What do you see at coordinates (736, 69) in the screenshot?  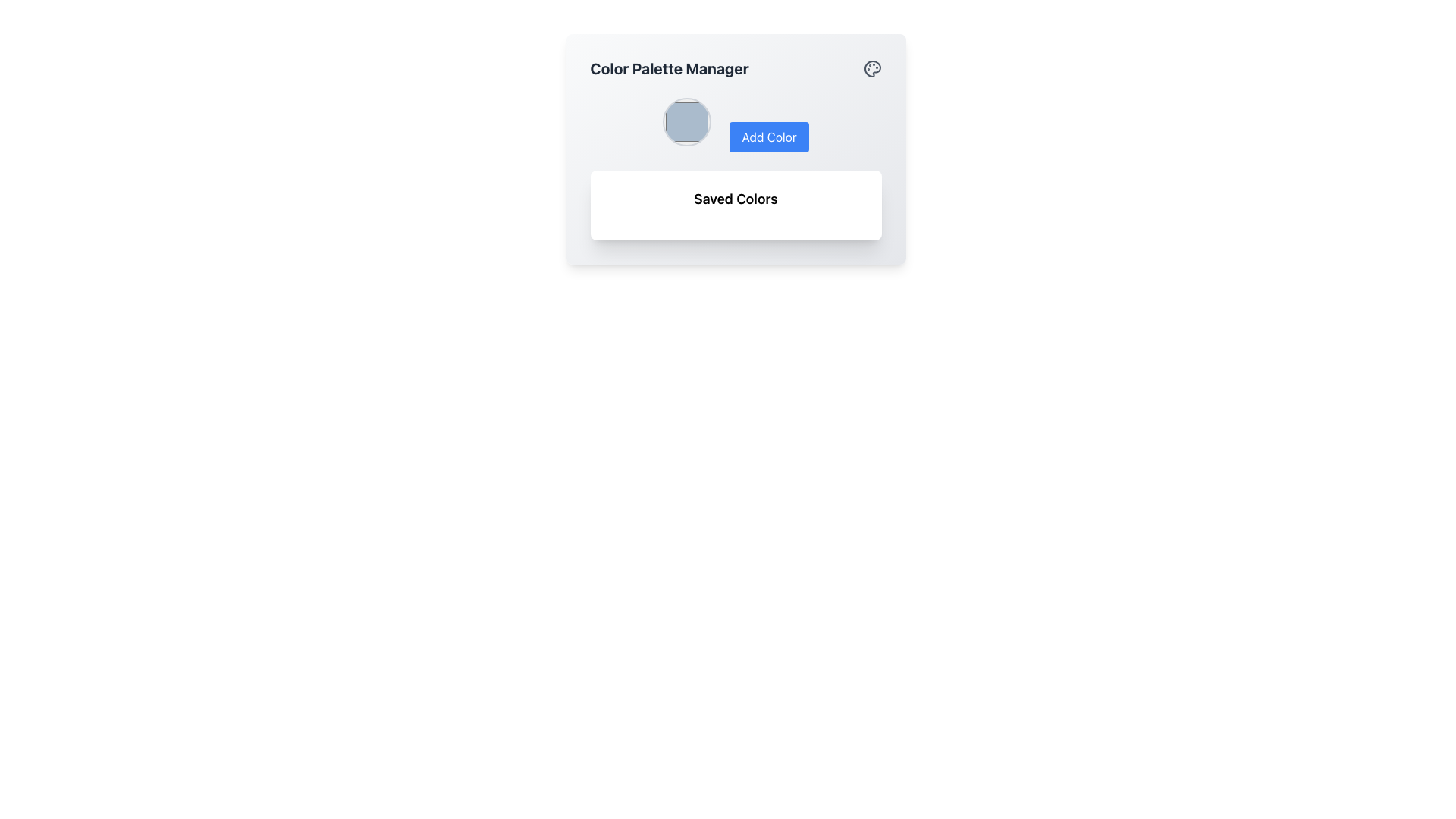 I see `the header text and image icon that identifies the 'Color Palette Manager' functionality, which is located at the top section of a card-style UI component` at bounding box center [736, 69].